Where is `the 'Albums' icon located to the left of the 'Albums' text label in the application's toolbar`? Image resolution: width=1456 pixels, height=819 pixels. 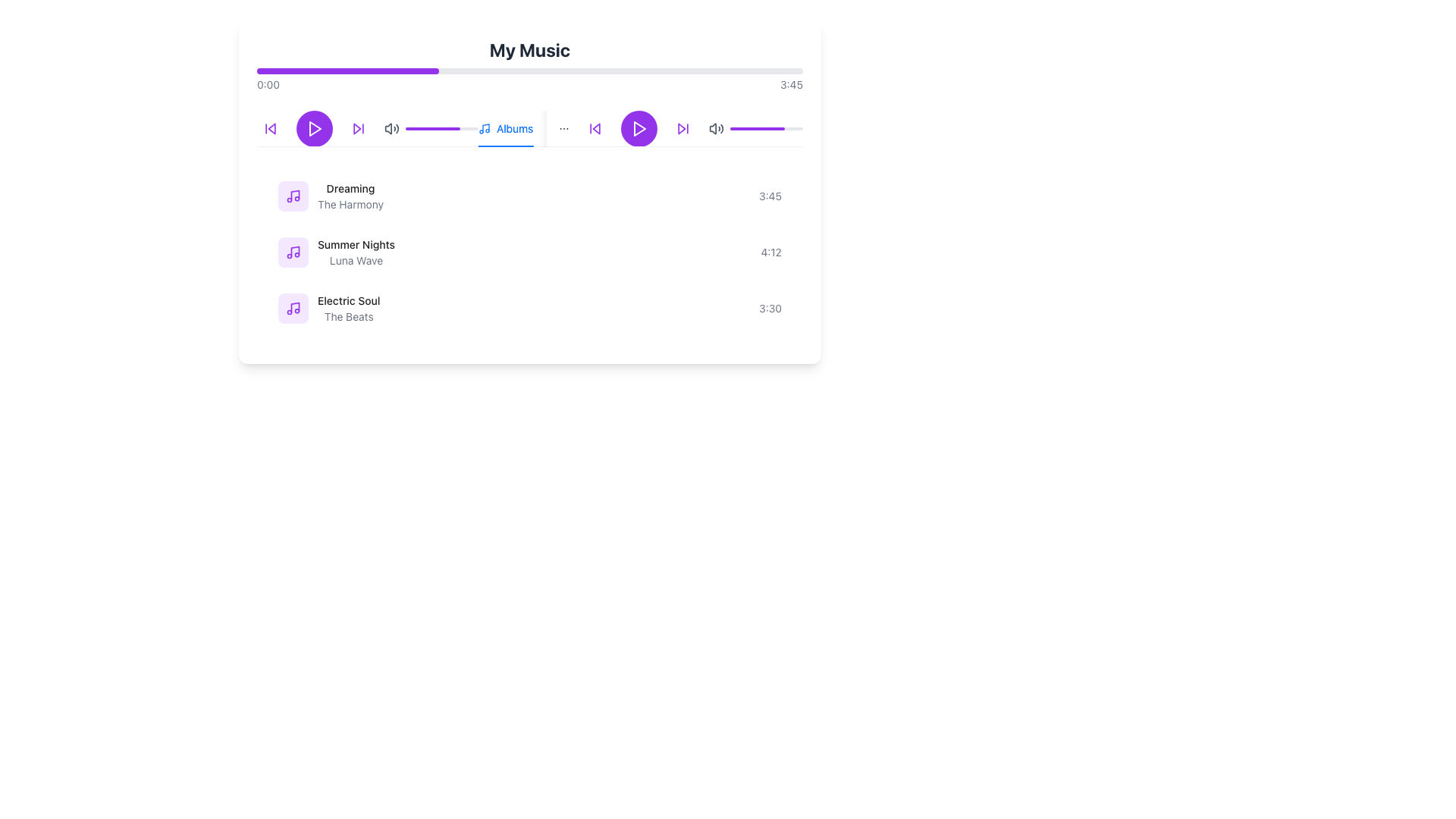 the 'Albums' icon located to the left of the 'Albums' text label in the application's toolbar is located at coordinates (483, 127).